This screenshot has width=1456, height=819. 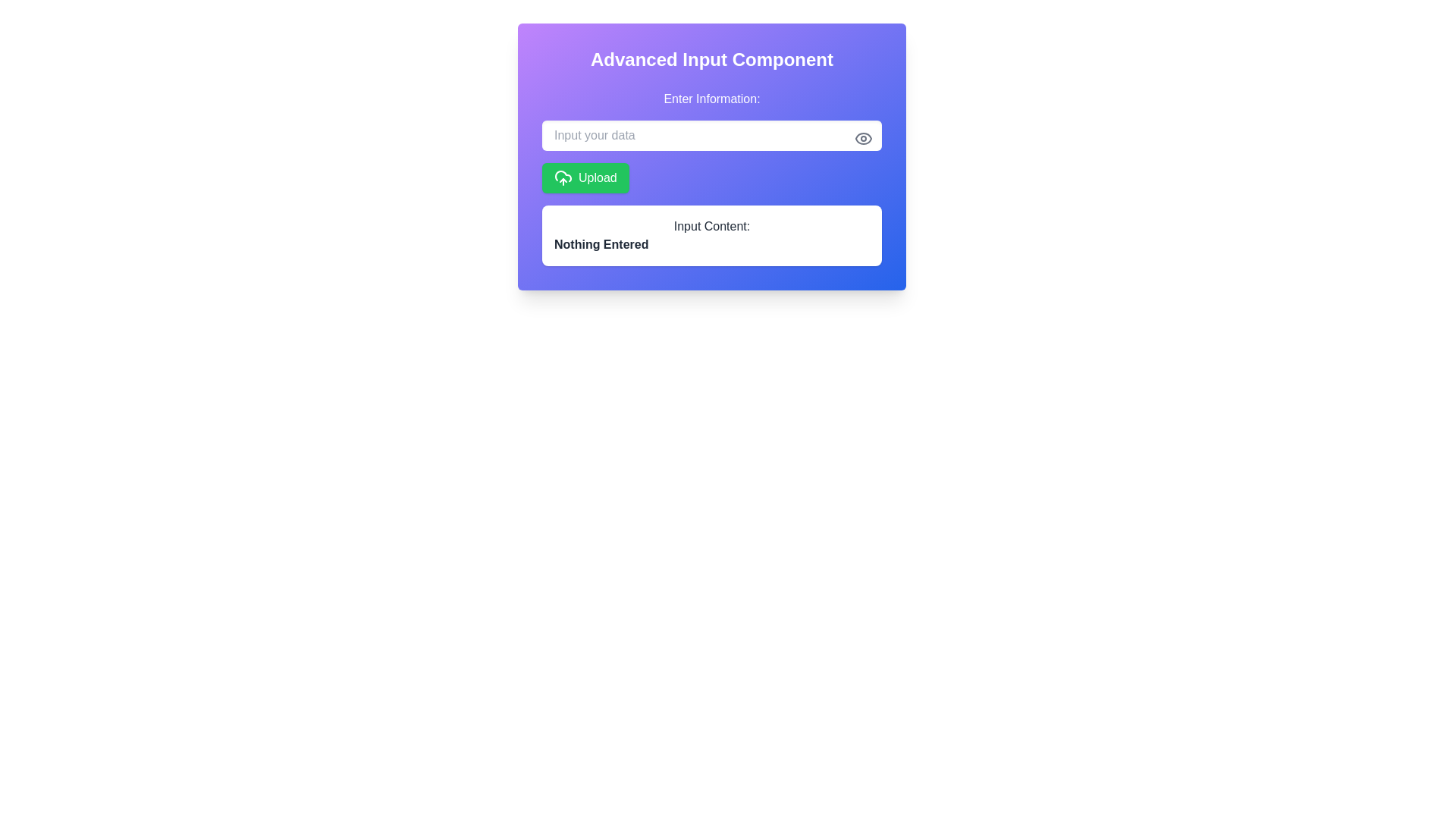 I want to click on the eye symbol graphical component located at the far-right inside the input field area, which serves as a visibility toggle for the associated input field, so click(x=863, y=138).